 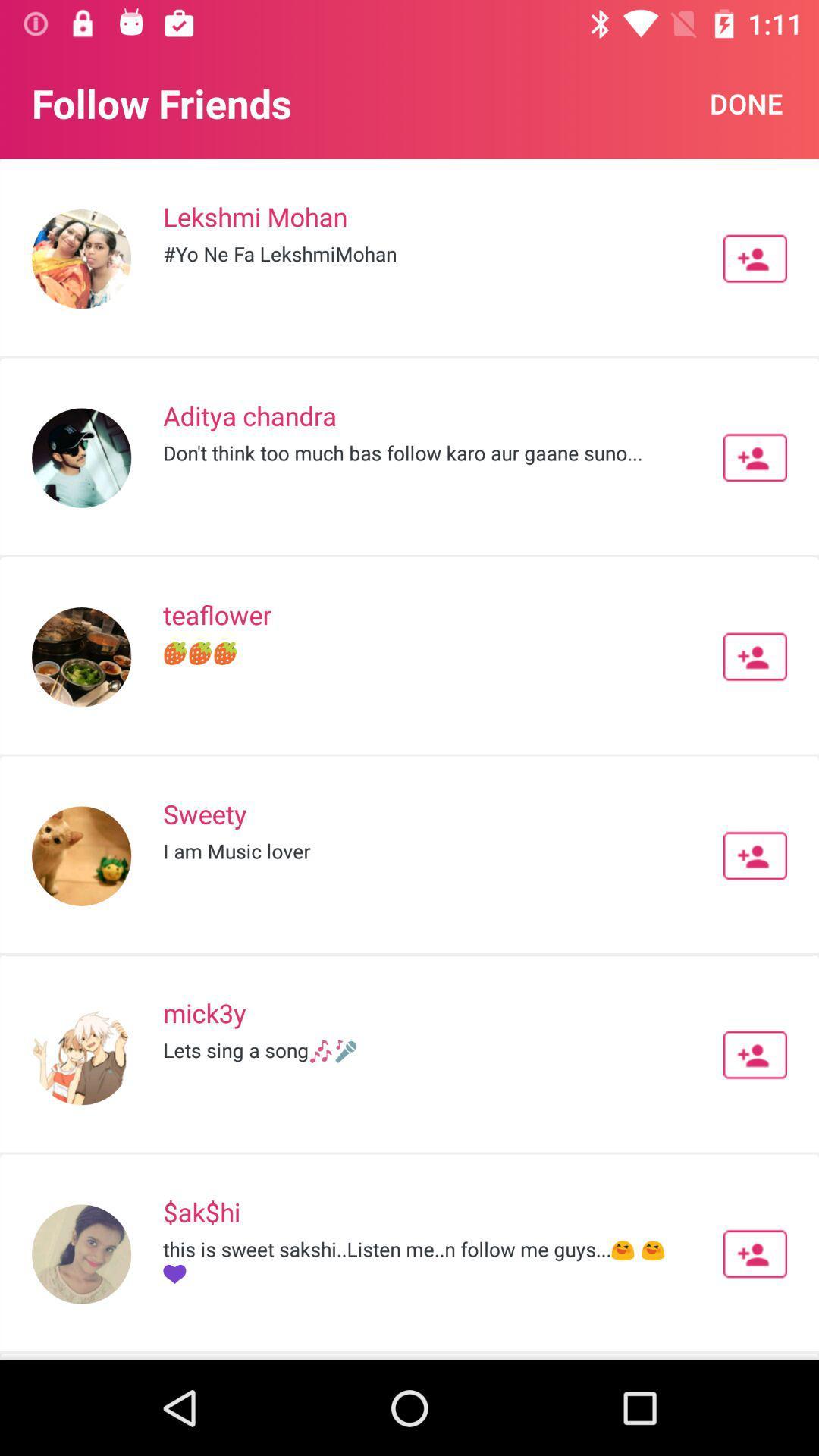 I want to click on person button, so click(x=755, y=1054).